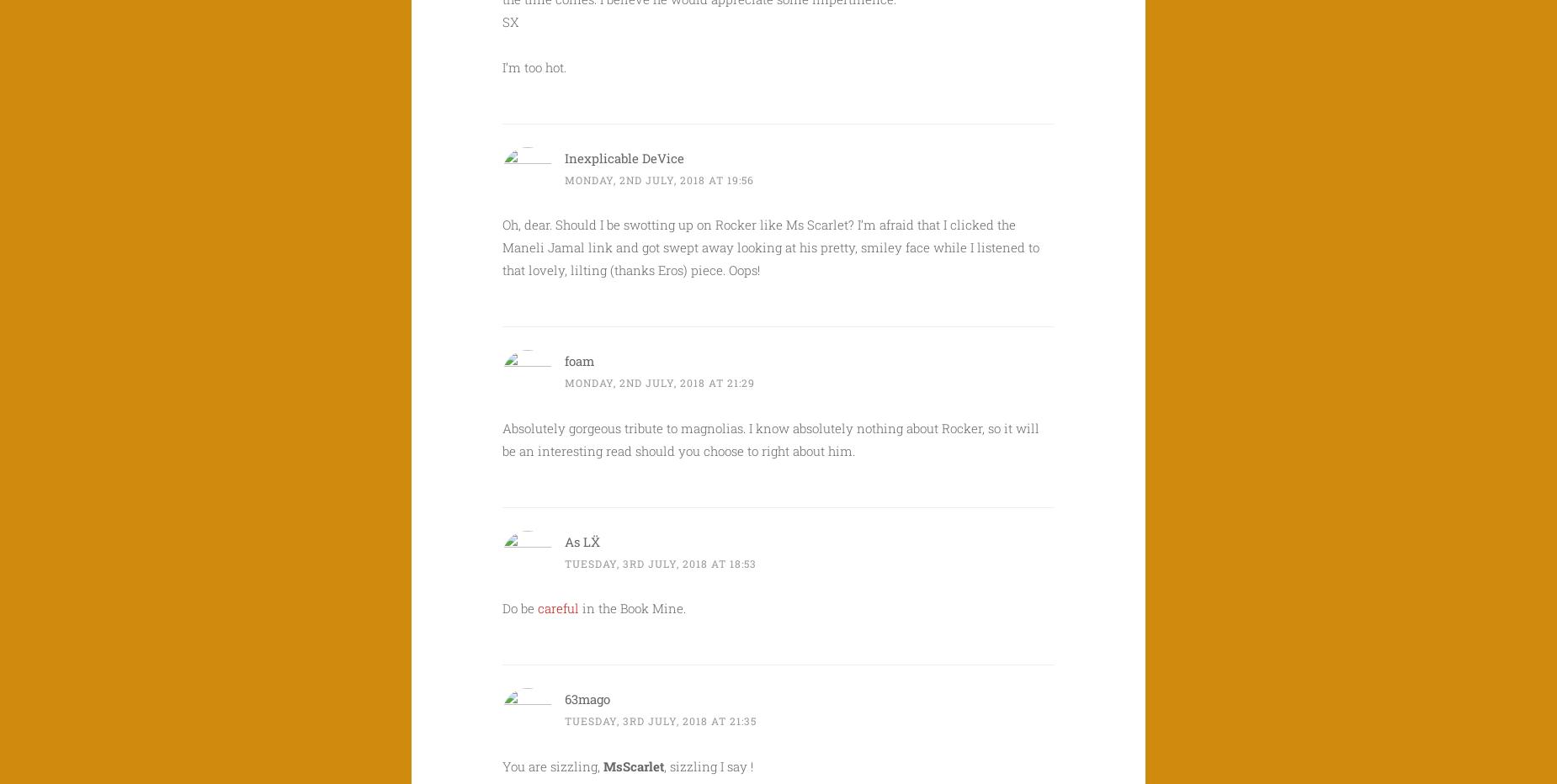 The width and height of the screenshot is (1557, 784). Describe the element at coordinates (552, 765) in the screenshot. I see `'You are sizzling,'` at that location.